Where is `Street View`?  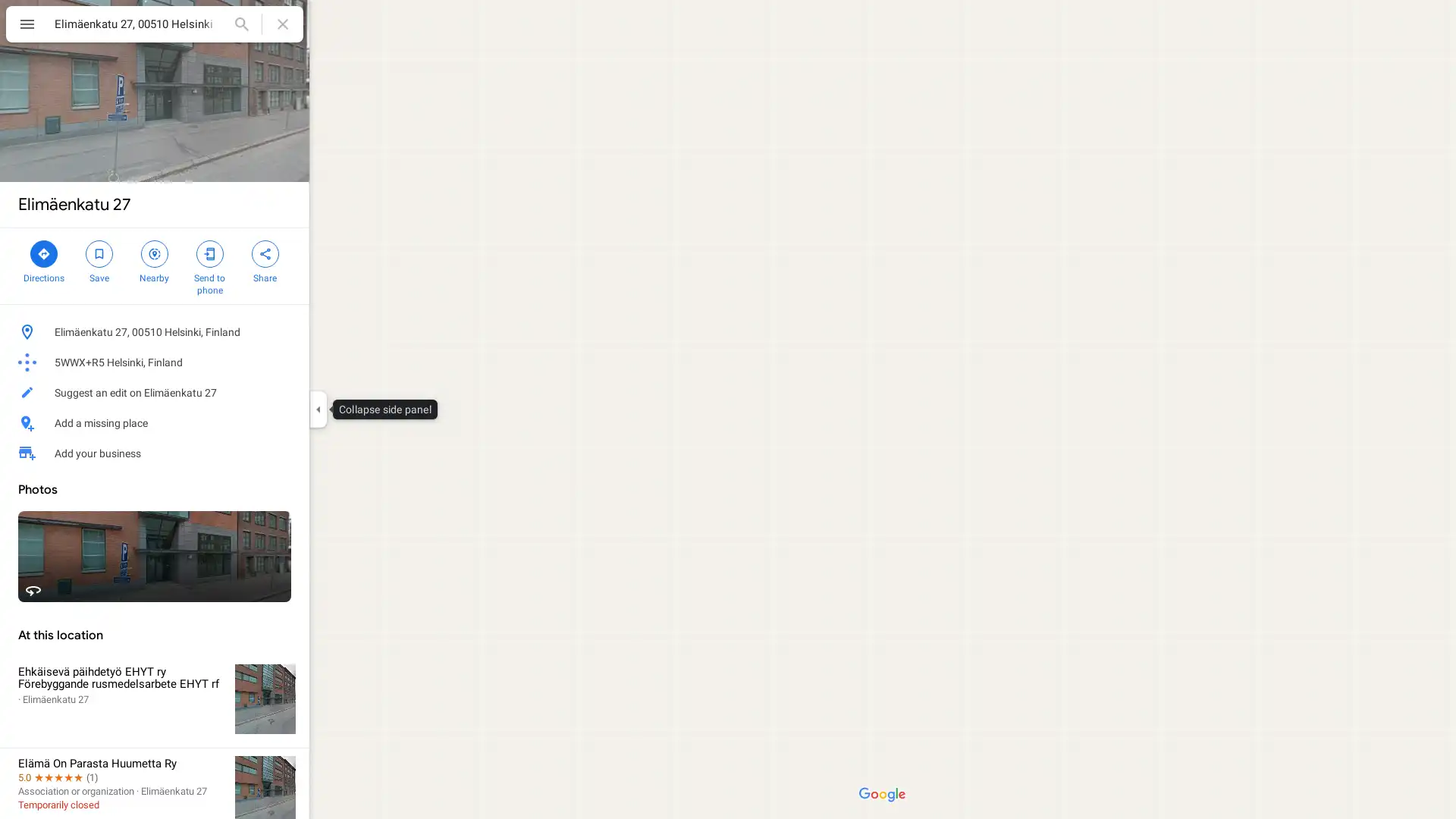 Street View is located at coordinates (155, 556).